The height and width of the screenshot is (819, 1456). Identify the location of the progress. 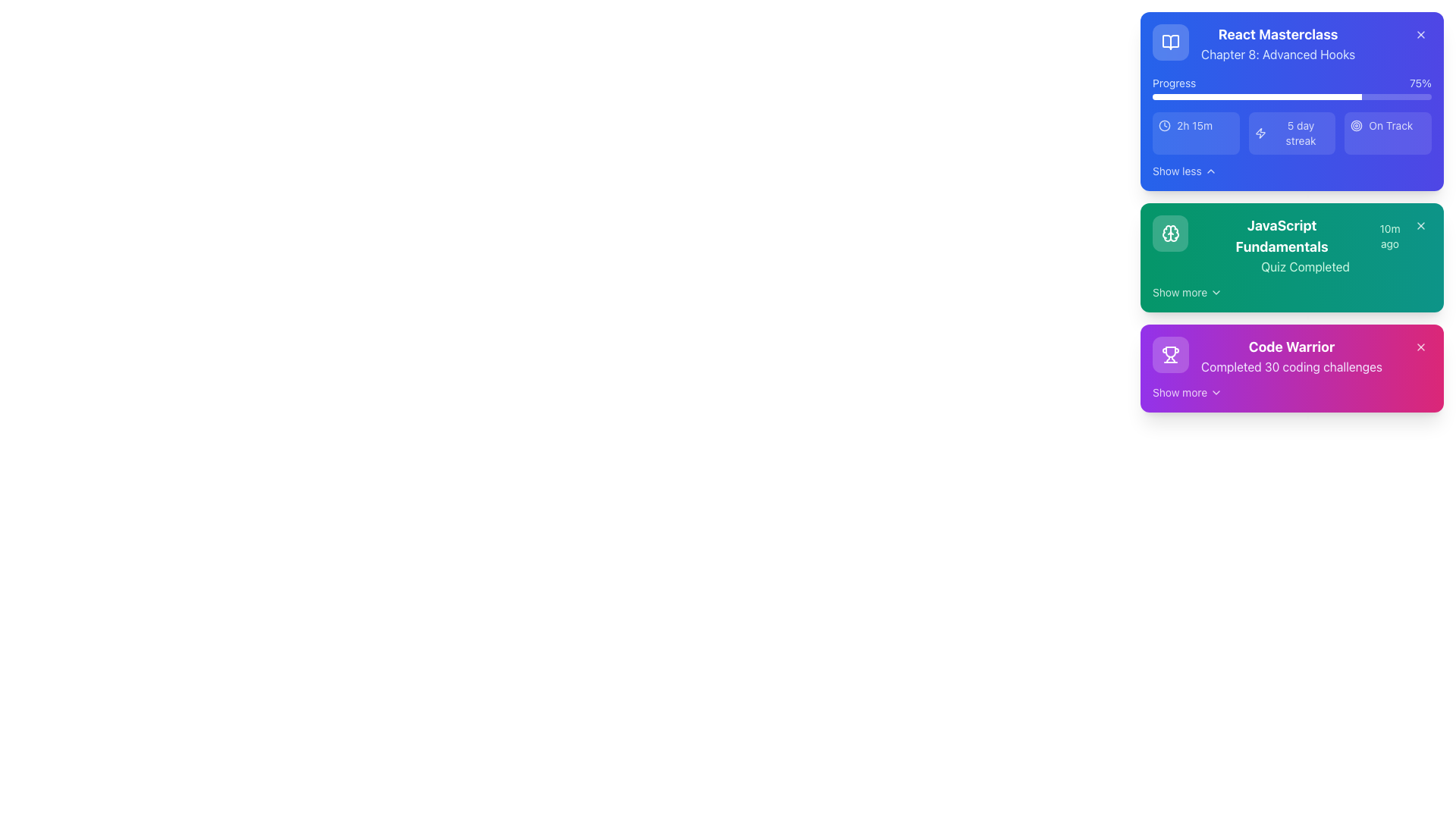
(1313, 96).